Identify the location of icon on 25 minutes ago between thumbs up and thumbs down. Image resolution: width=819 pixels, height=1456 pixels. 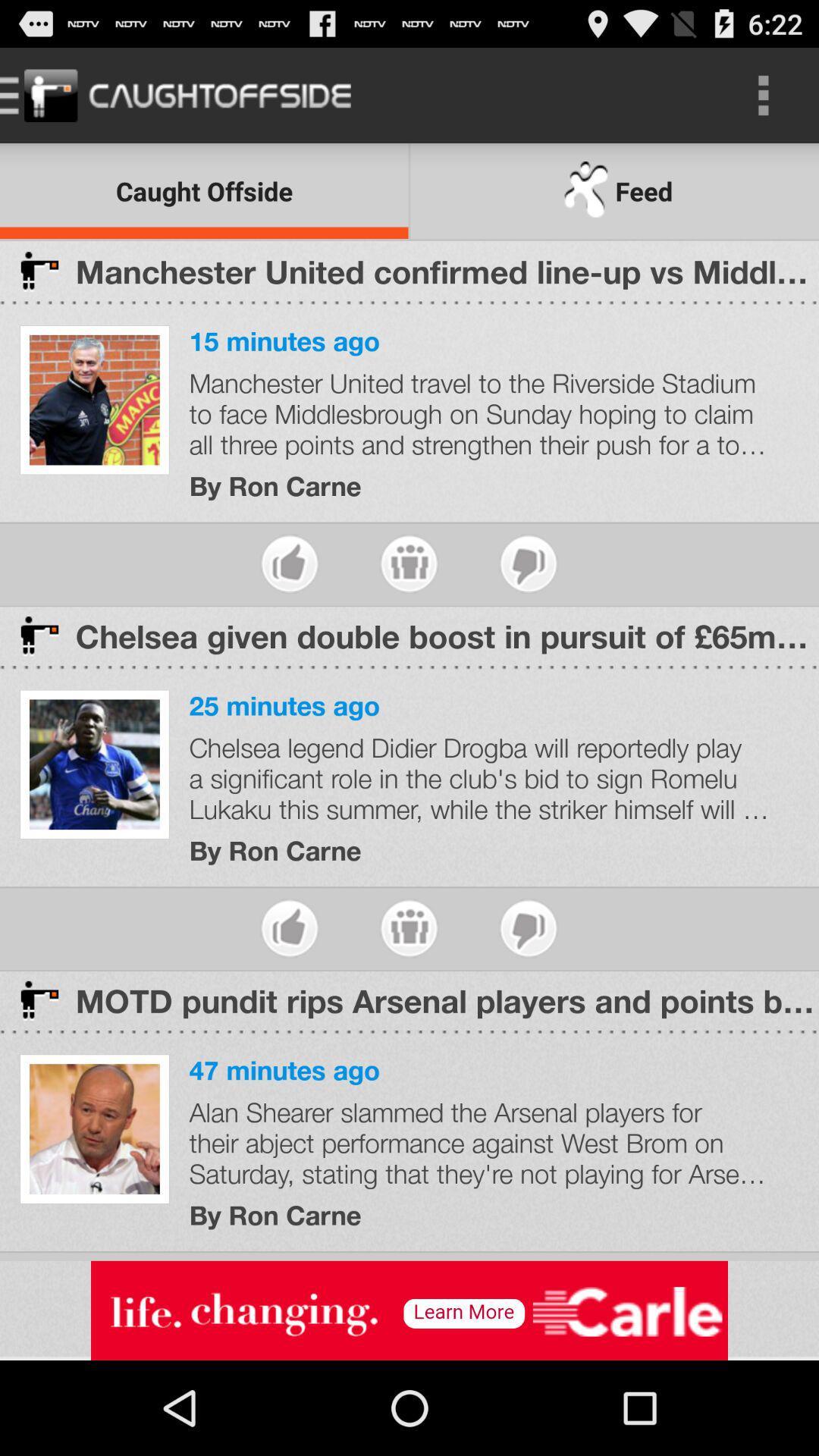
(408, 927).